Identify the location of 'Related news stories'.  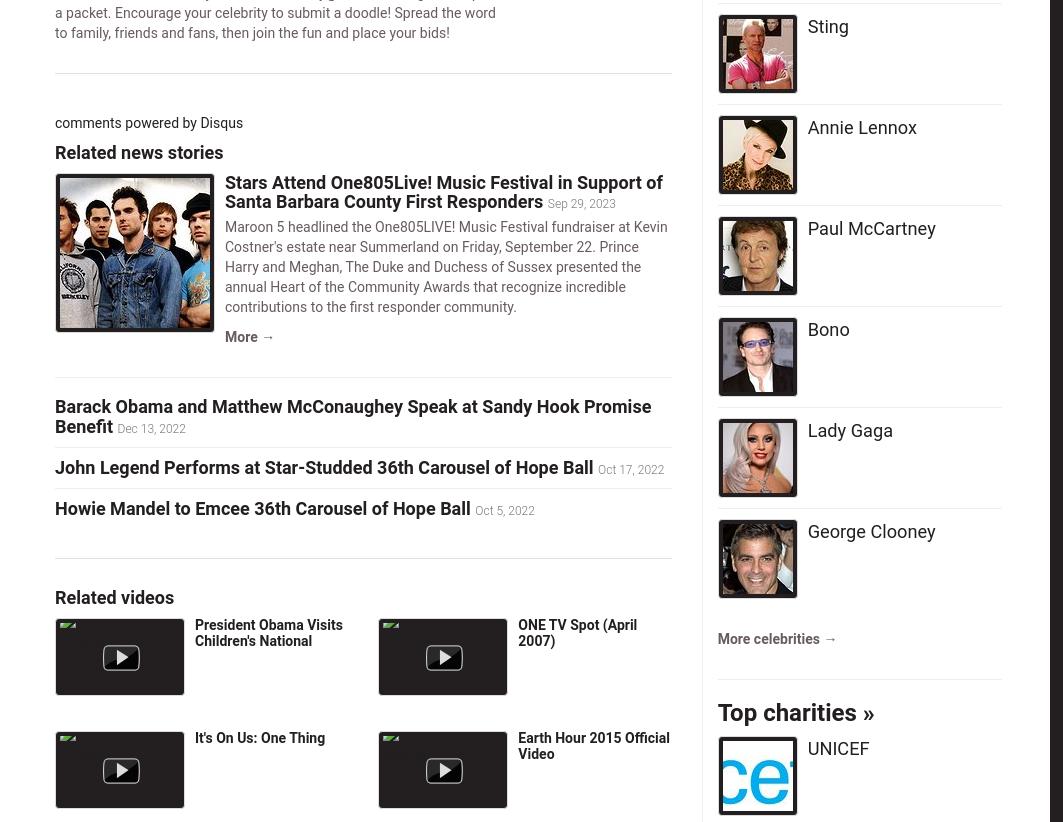
(139, 151).